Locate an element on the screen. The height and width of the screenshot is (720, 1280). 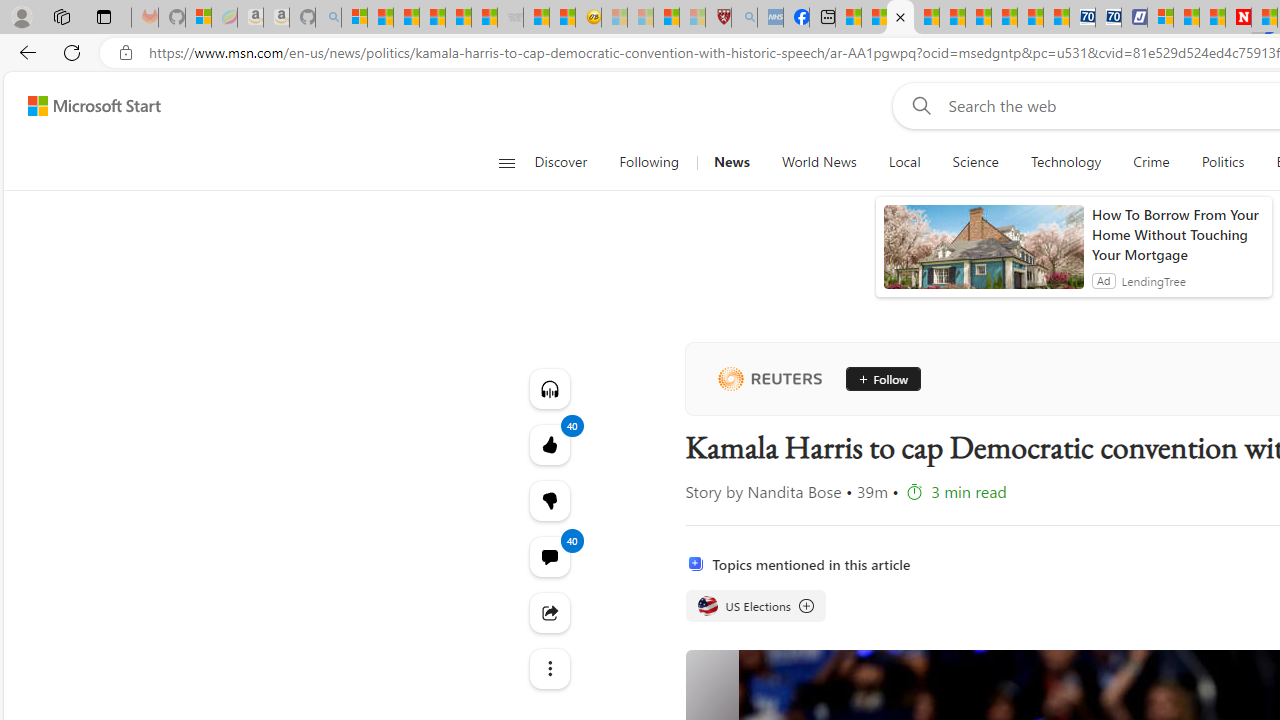
'40 Like' is located at coordinates (549, 443).